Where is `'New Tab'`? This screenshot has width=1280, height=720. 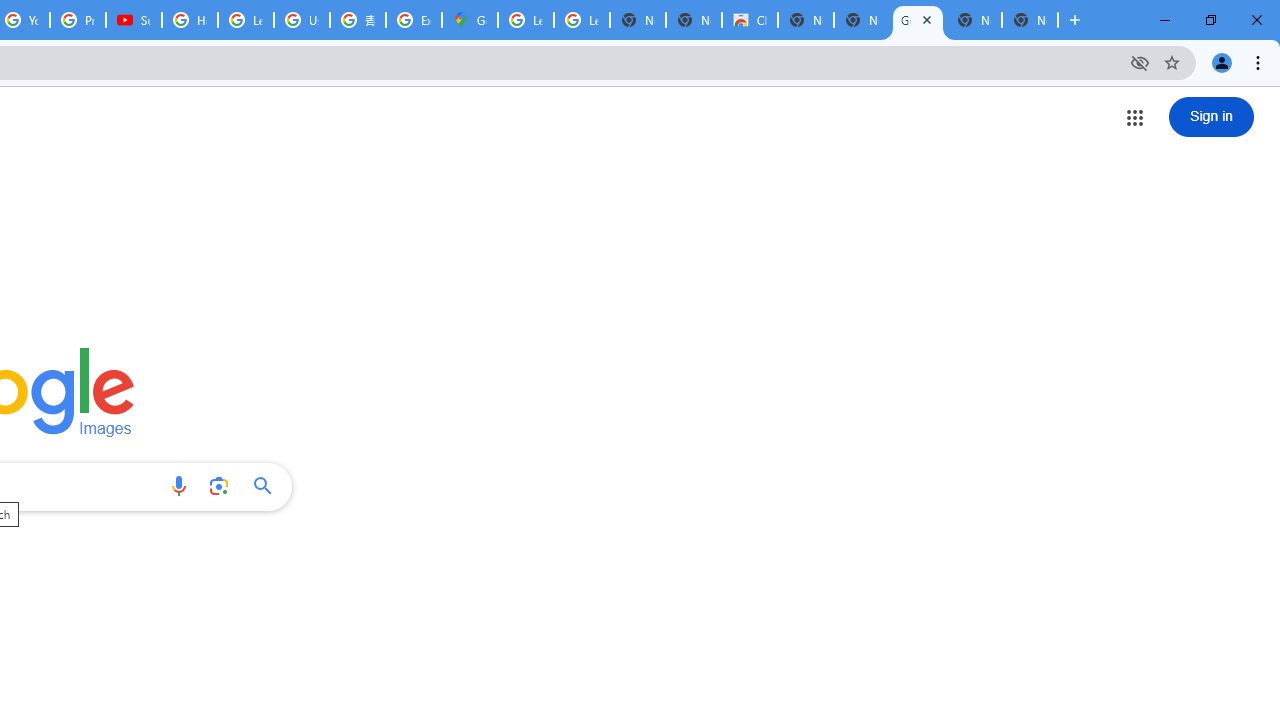
'New Tab' is located at coordinates (1030, 20).